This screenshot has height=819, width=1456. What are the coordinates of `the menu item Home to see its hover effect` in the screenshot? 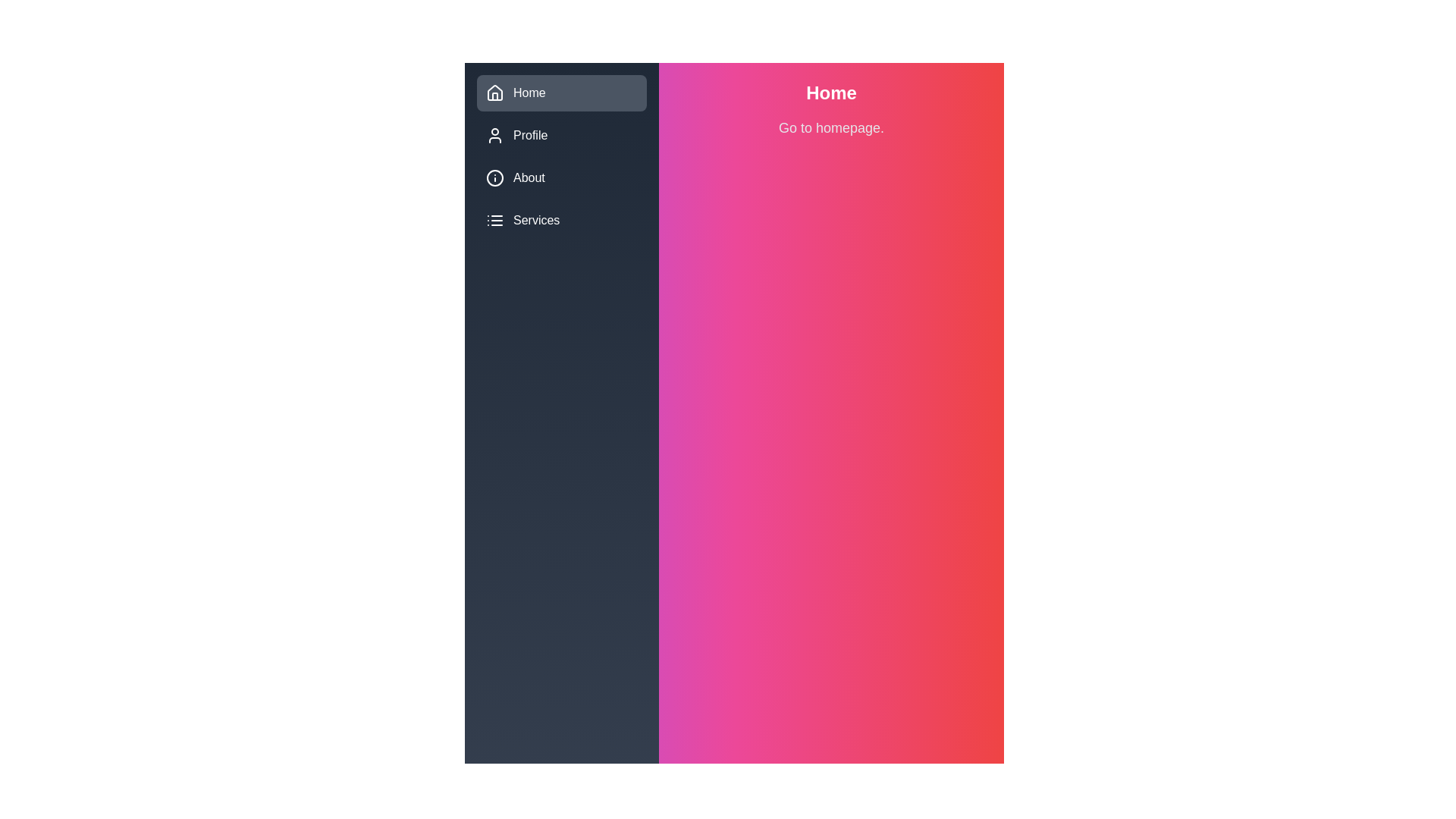 It's located at (560, 93).